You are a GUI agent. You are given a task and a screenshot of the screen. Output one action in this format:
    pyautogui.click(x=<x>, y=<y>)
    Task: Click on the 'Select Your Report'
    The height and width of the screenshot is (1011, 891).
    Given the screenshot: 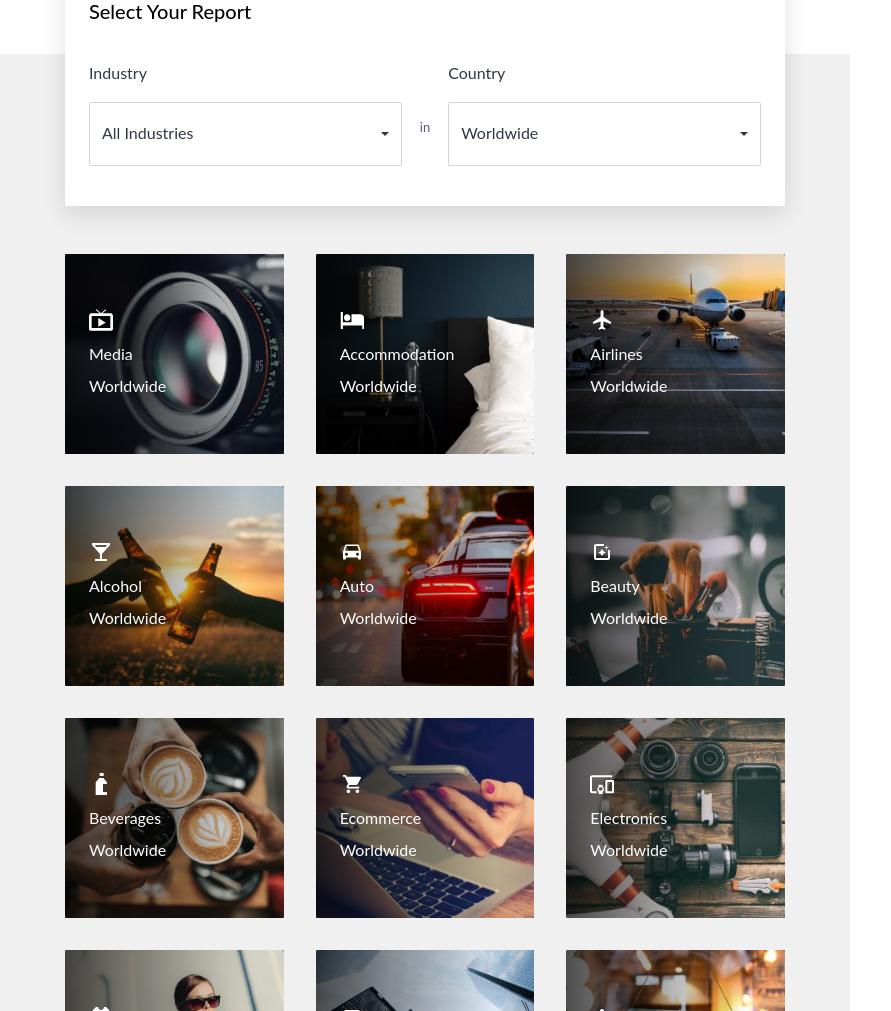 What is the action you would take?
    pyautogui.click(x=169, y=12)
    